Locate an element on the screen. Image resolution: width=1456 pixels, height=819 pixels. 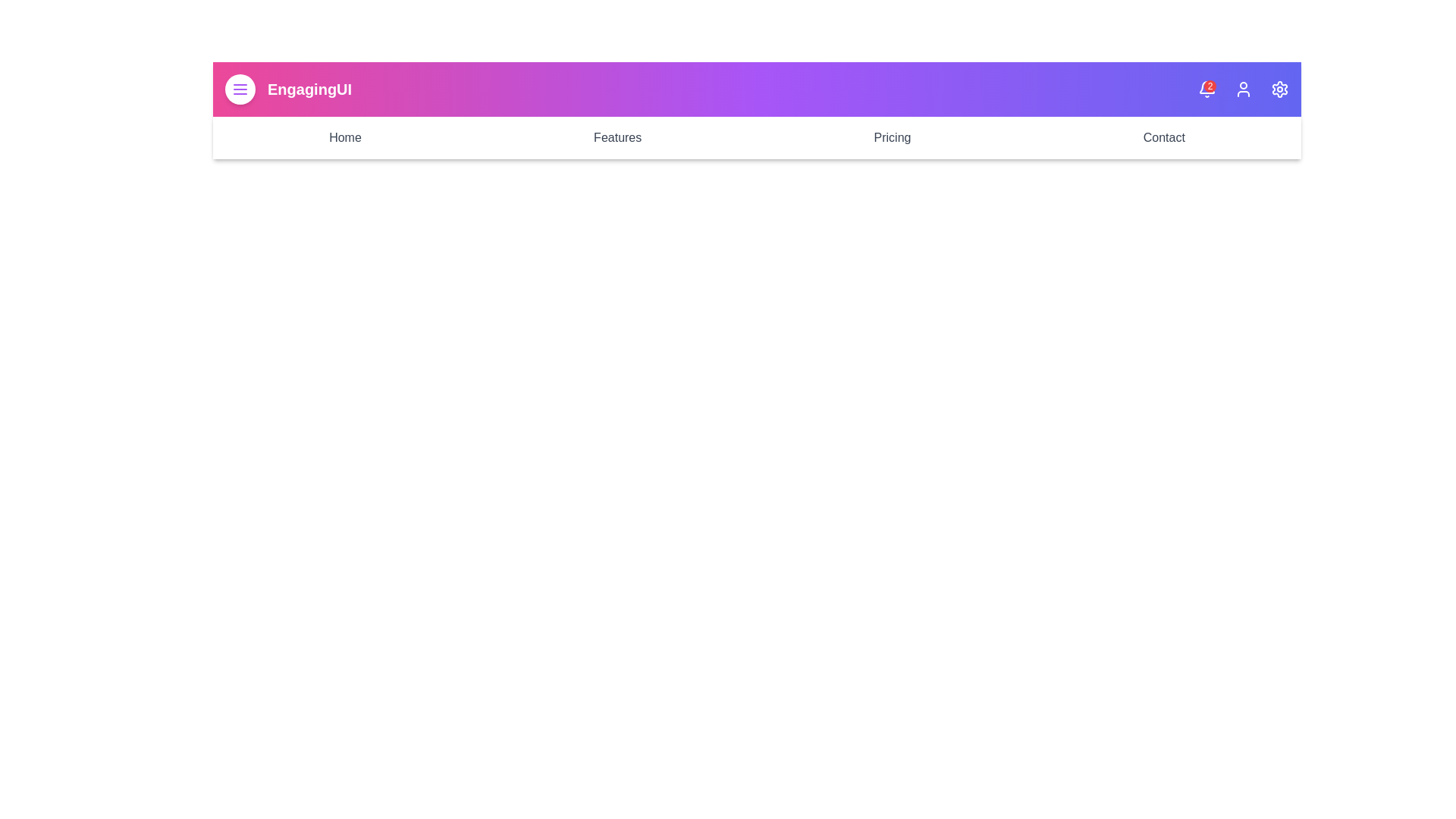
the settings icon to observe its visual feedback is located at coordinates (1279, 89).